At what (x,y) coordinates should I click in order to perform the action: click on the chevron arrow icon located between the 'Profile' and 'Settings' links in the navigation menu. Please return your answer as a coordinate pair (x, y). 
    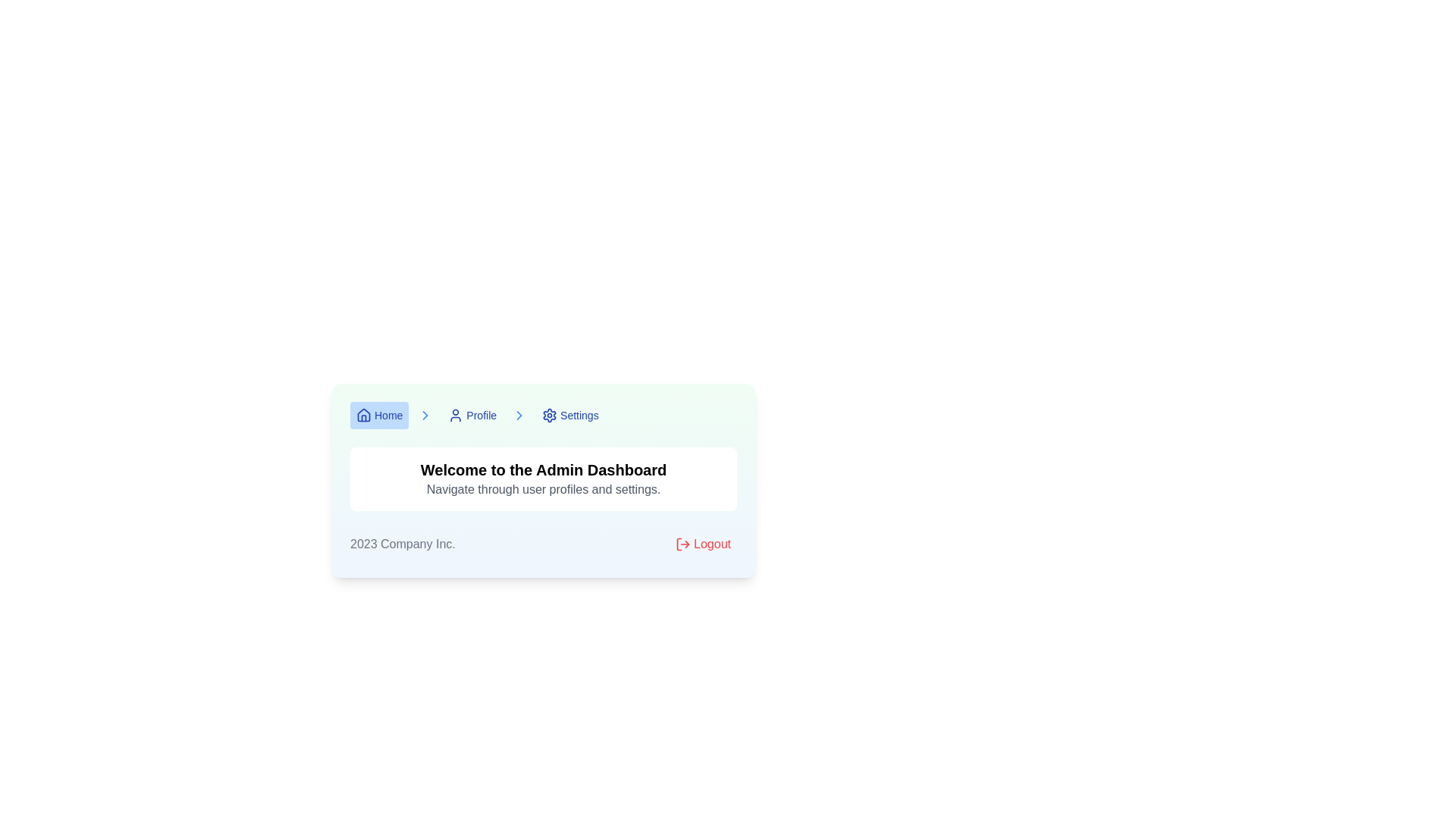
    Looking at the image, I should click on (425, 415).